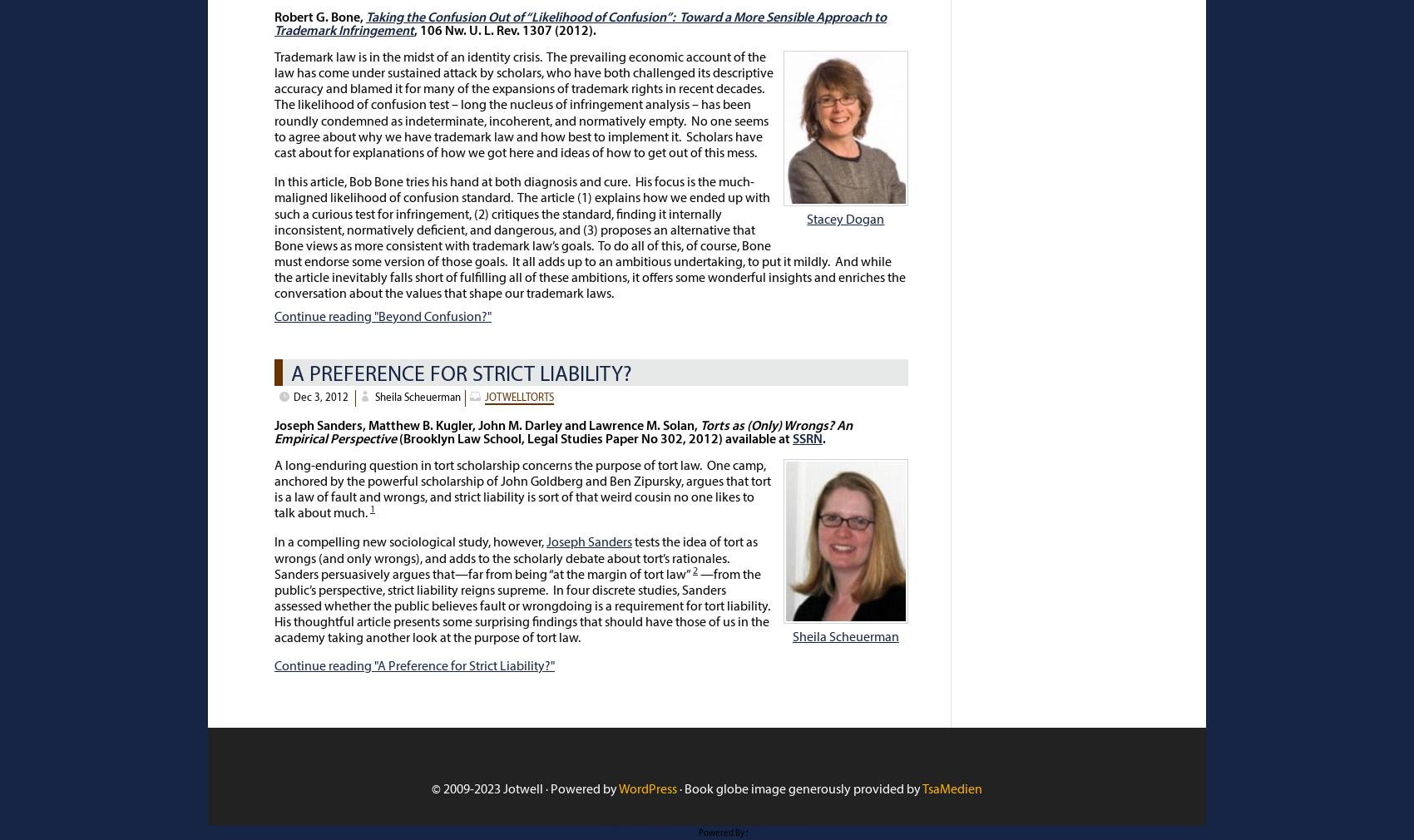 The width and height of the screenshot is (1414, 840). Describe the element at coordinates (383, 316) in the screenshot. I see `'Continue reading "Beyond Confusion?"'` at that location.